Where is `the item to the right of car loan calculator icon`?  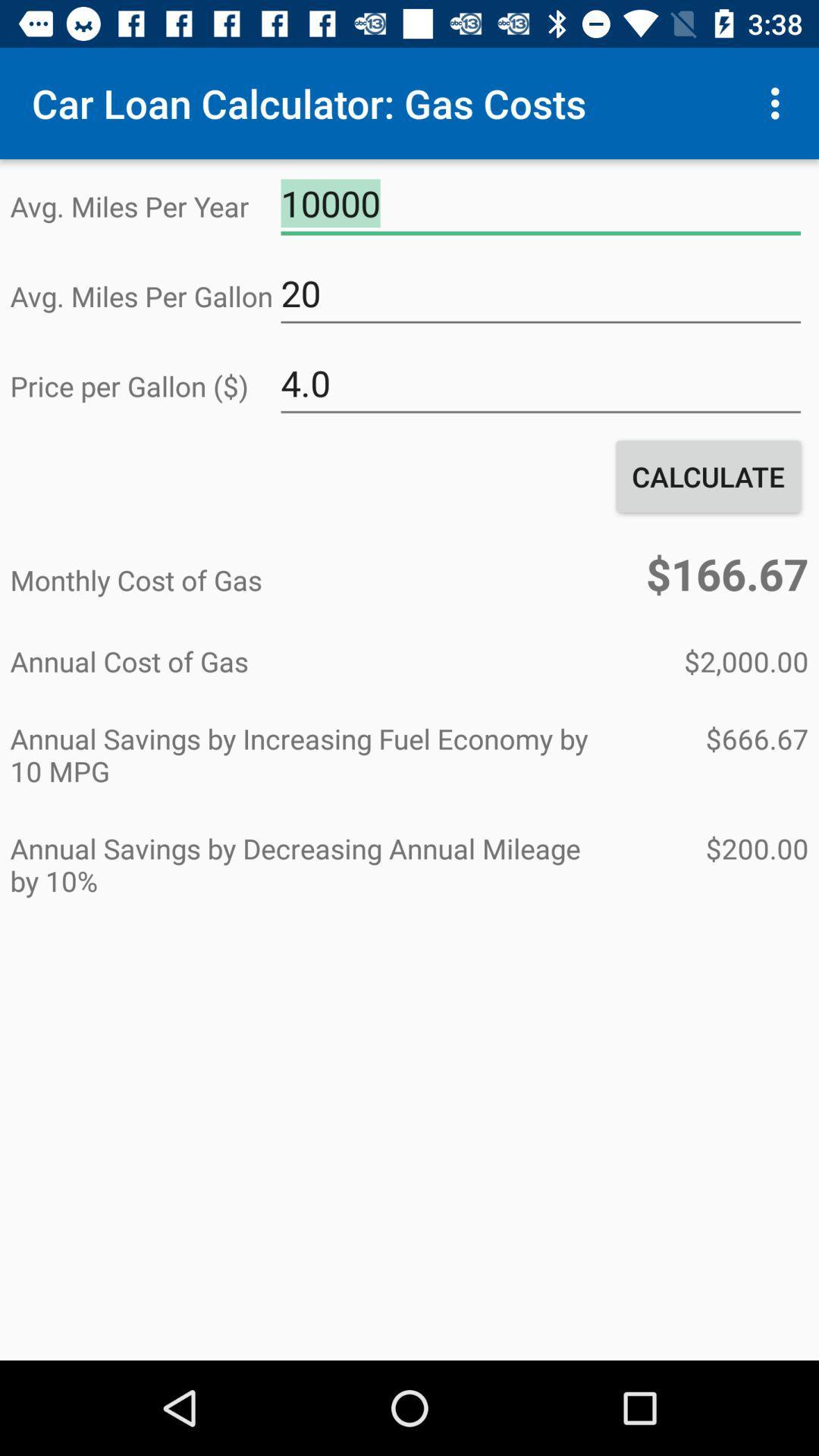 the item to the right of car loan calculator icon is located at coordinates (779, 102).